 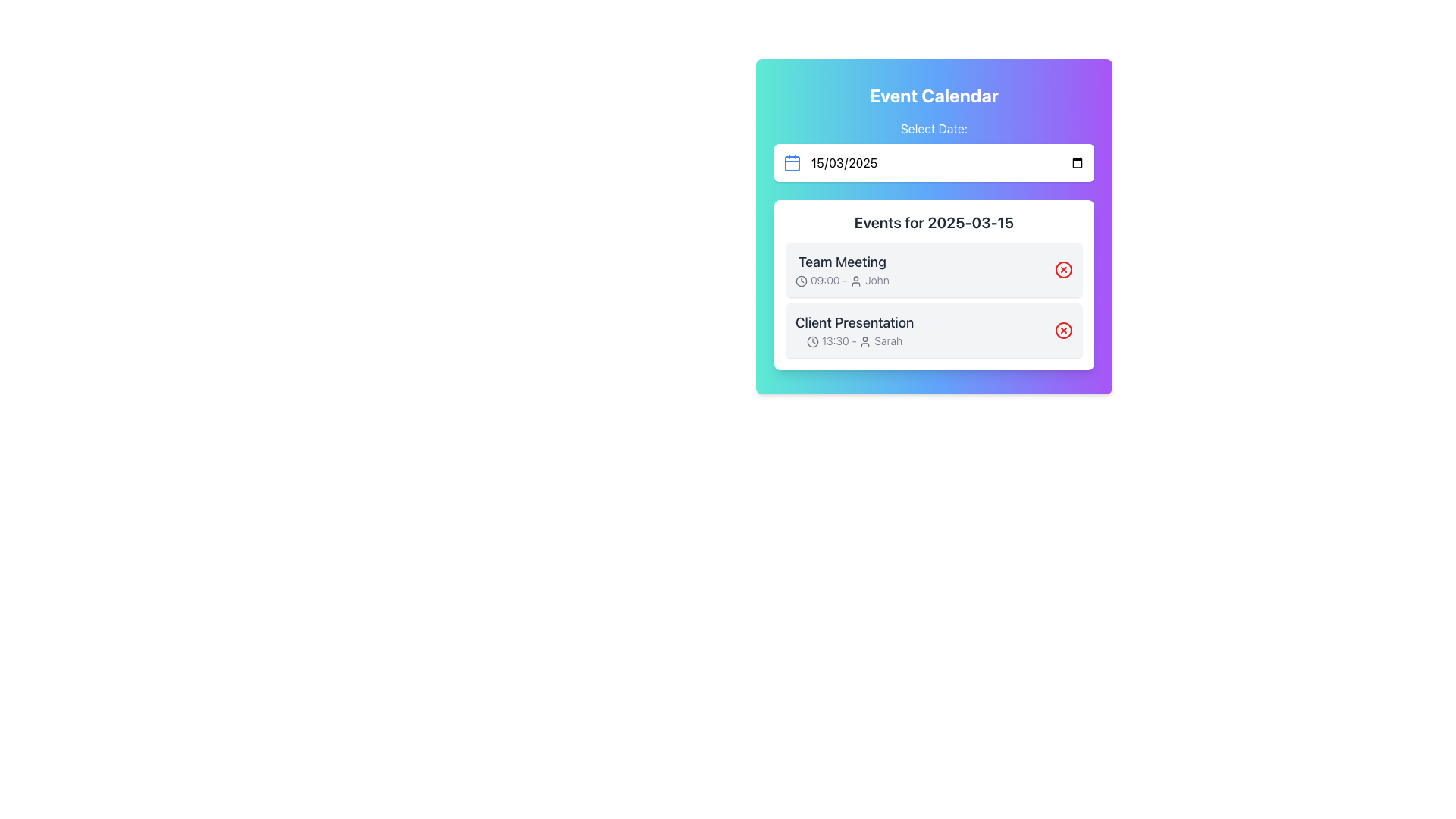 I want to click on the Text Heading indicating the date for scheduled events, which is located beneath the date selector and above the event summaries, so click(x=934, y=222).